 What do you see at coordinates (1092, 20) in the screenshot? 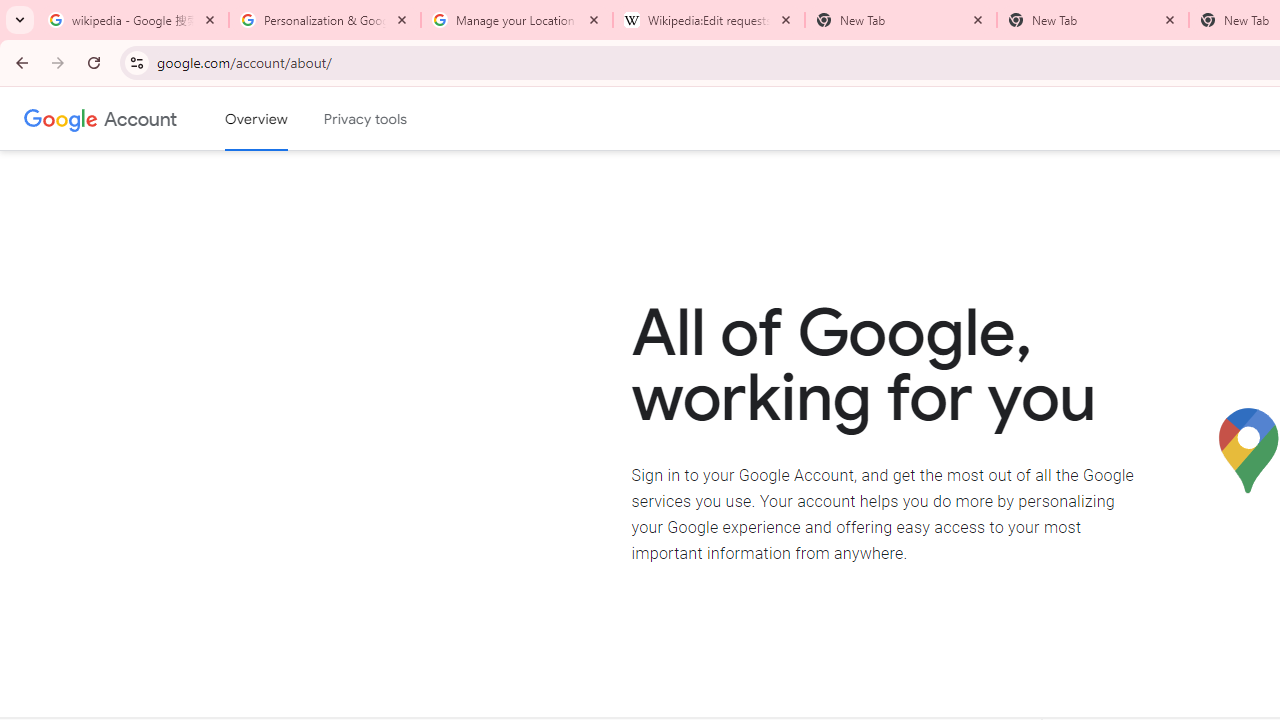
I see `'New Tab'` at bounding box center [1092, 20].